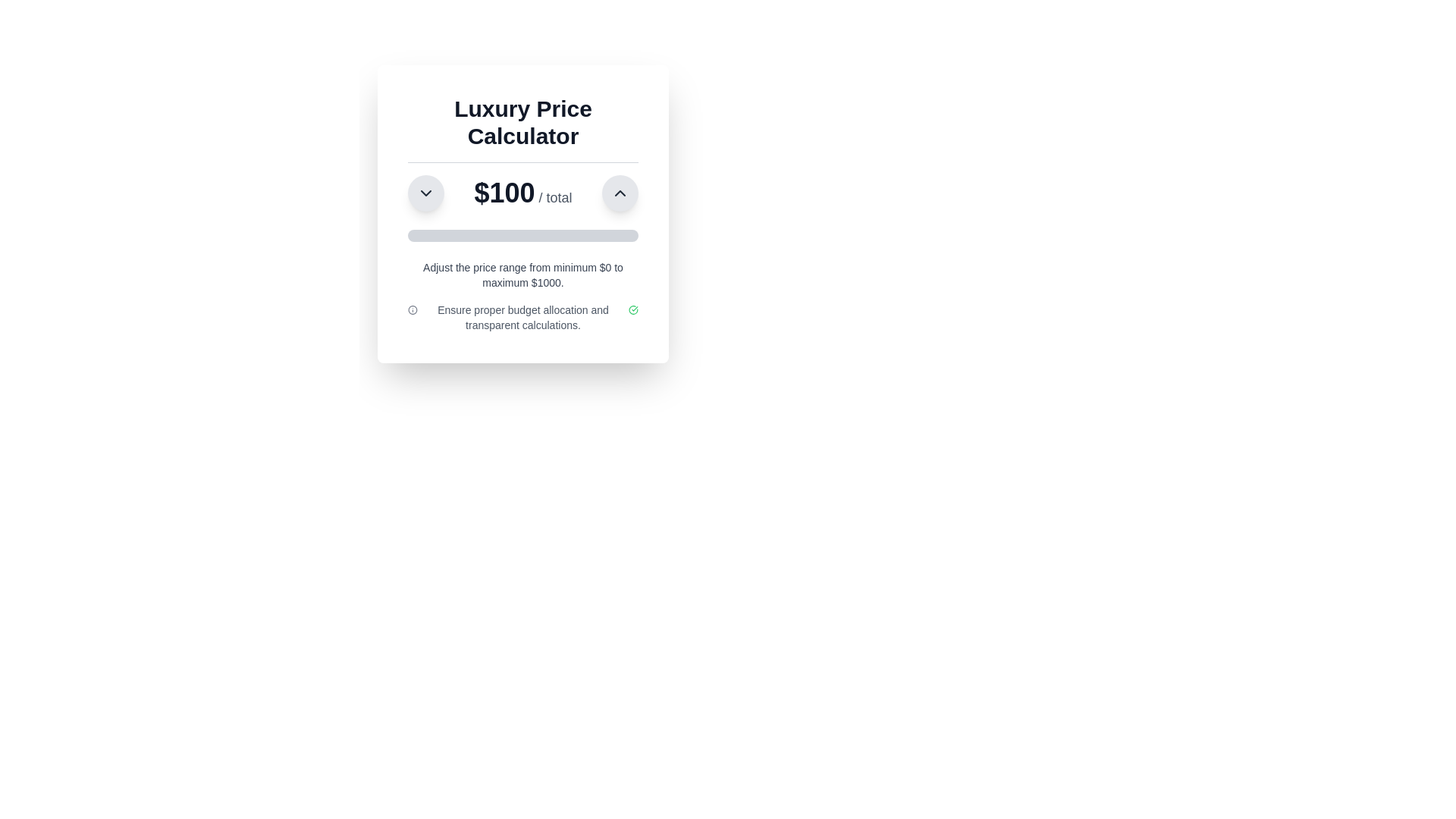 The image size is (1456, 819). What do you see at coordinates (633, 309) in the screenshot?
I see `the green circular icon with a checkmark, positioned to the far right of the text 'Ensure proper budget allocation and transparent calculations'` at bounding box center [633, 309].